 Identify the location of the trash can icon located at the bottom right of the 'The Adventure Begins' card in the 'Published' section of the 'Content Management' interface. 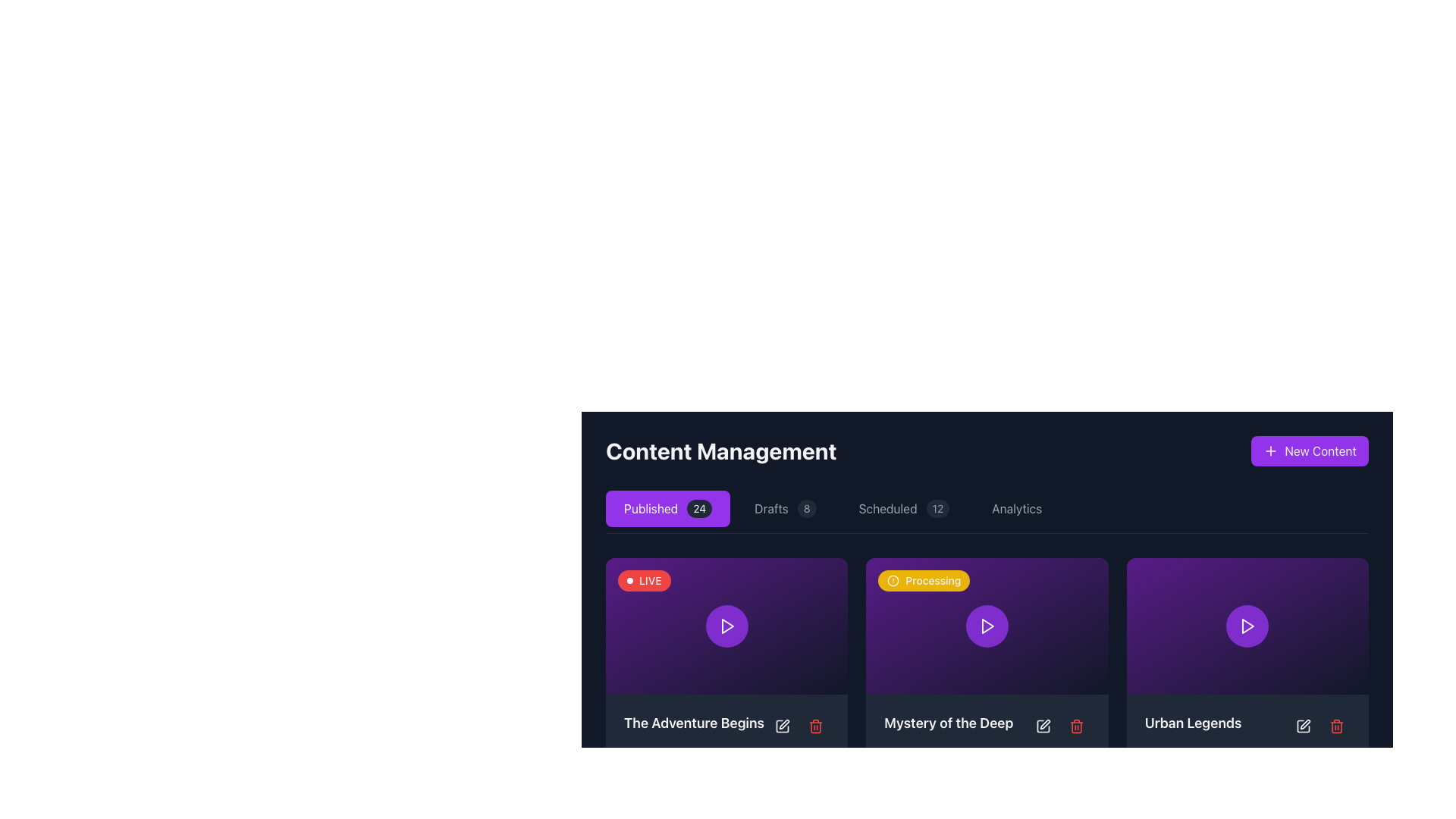
(815, 726).